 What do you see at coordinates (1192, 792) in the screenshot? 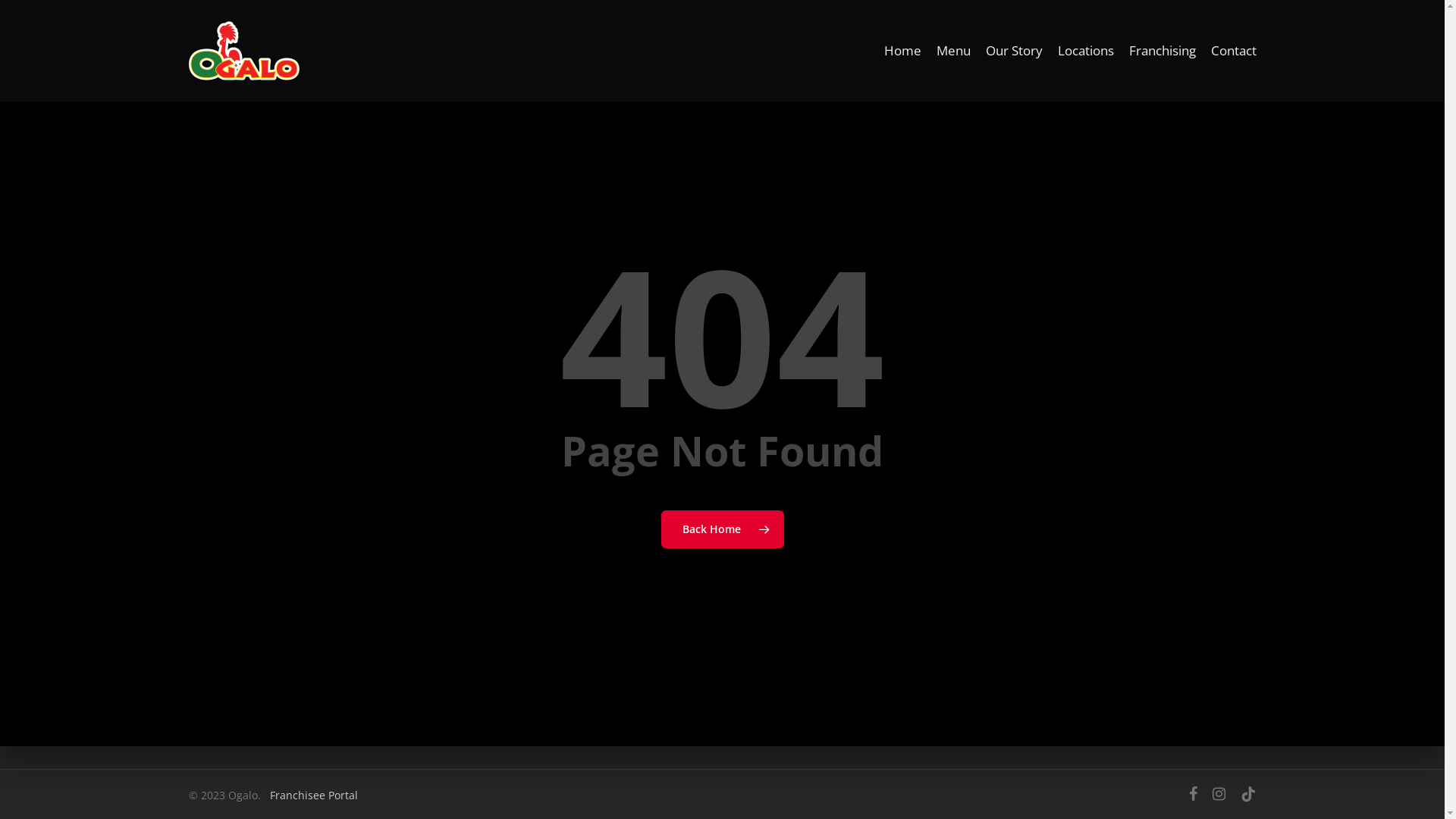
I see `'facebook'` at bounding box center [1192, 792].